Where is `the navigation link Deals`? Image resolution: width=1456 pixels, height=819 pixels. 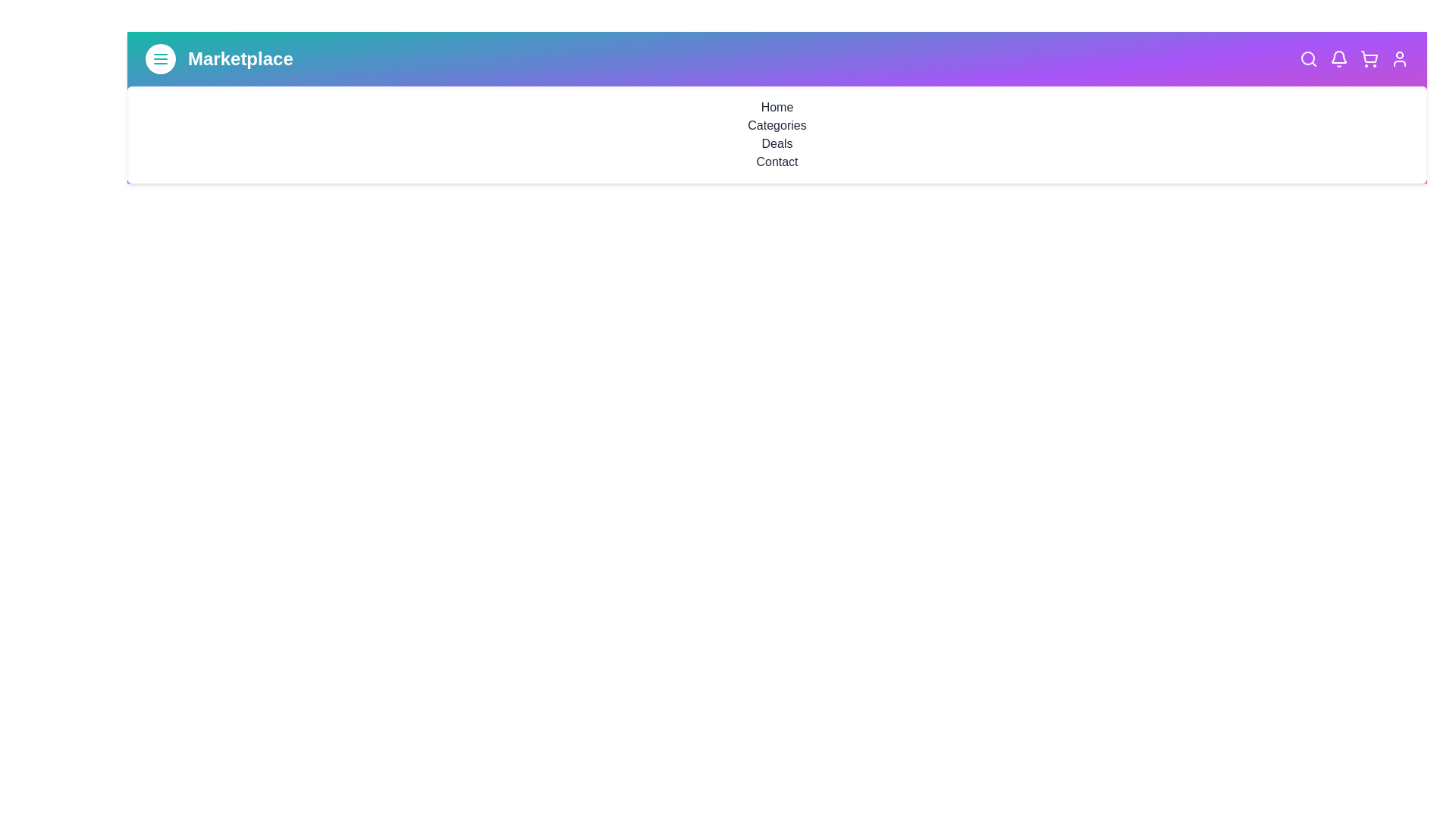
the navigation link Deals is located at coordinates (777, 143).